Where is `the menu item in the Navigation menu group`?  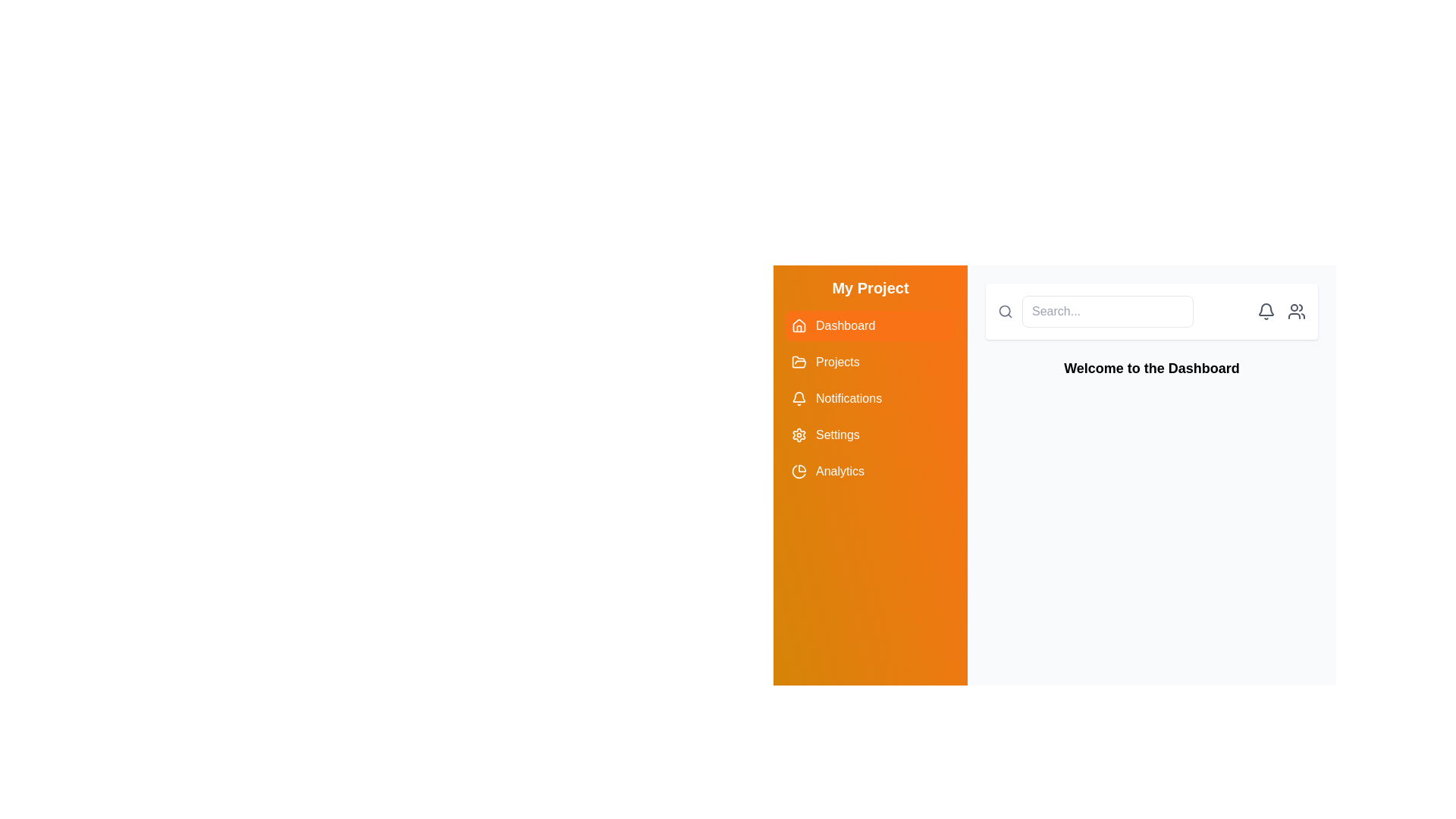 the menu item in the Navigation menu group is located at coordinates (870, 397).